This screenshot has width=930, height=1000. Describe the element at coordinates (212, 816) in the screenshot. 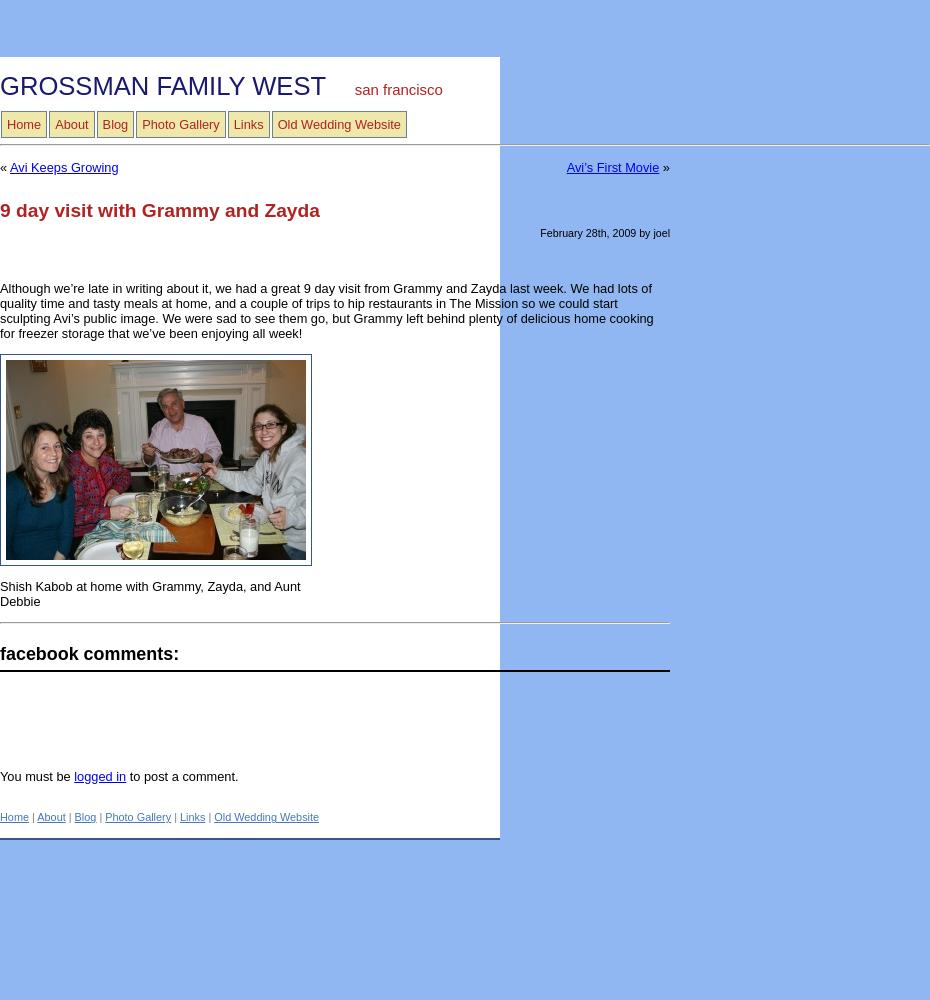

I see `'Old Wedding Website'` at that location.